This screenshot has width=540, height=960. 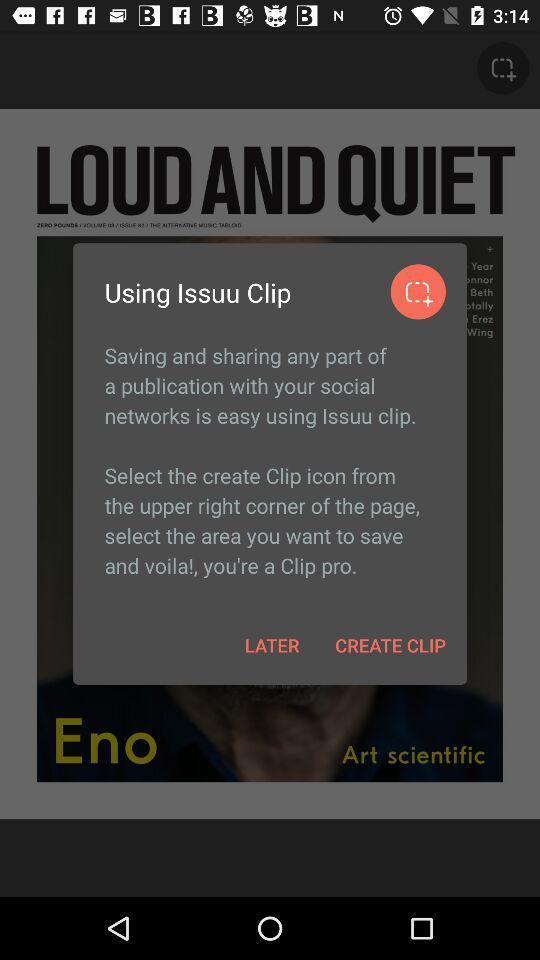 I want to click on item below saving and sharing, so click(x=271, y=644).